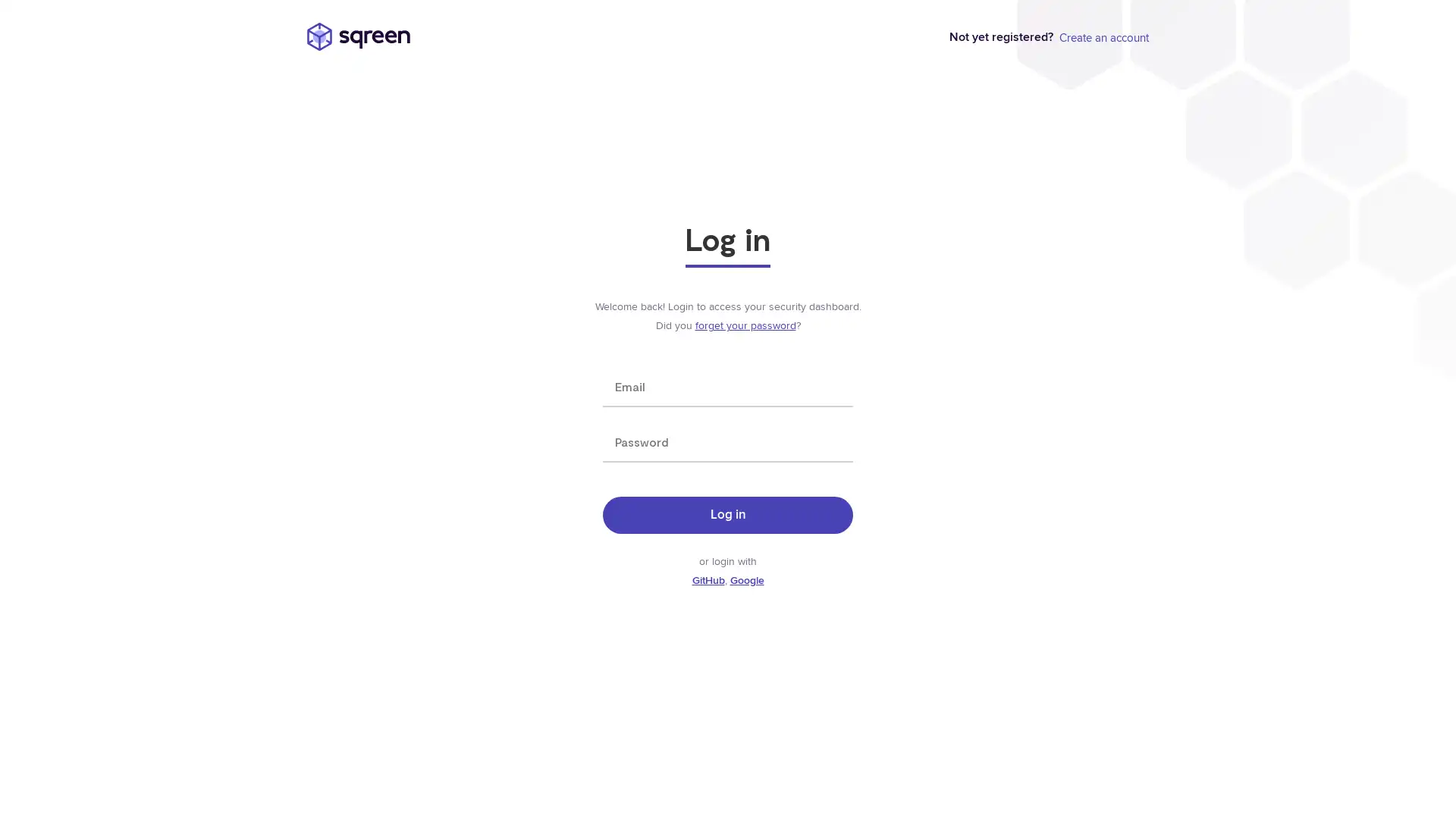 The image size is (1456, 819). What do you see at coordinates (728, 513) in the screenshot?
I see `Log in` at bounding box center [728, 513].